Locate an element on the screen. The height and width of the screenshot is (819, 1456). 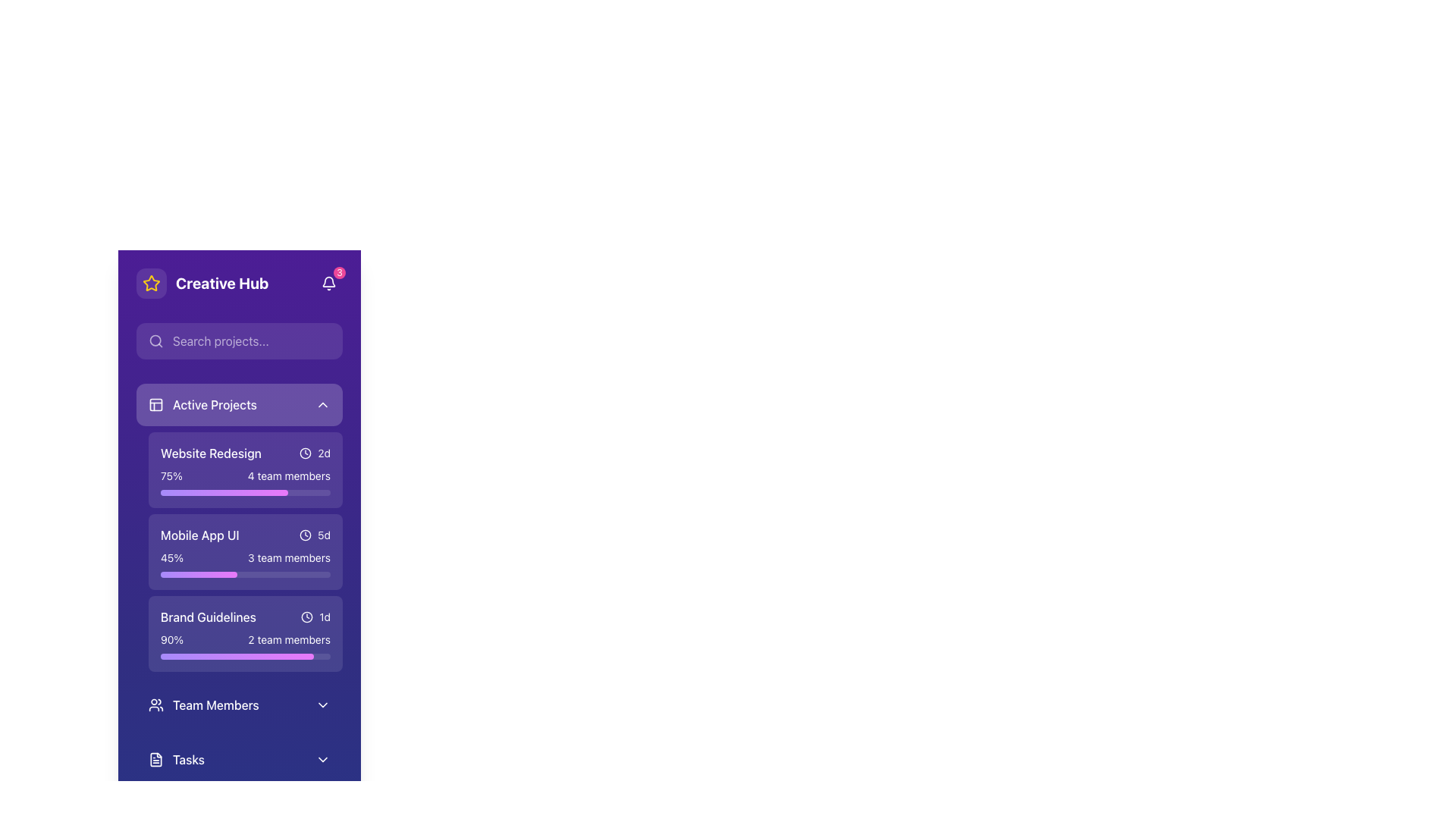
the 'Active Projects' collapsible header is located at coordinates (239, 403).